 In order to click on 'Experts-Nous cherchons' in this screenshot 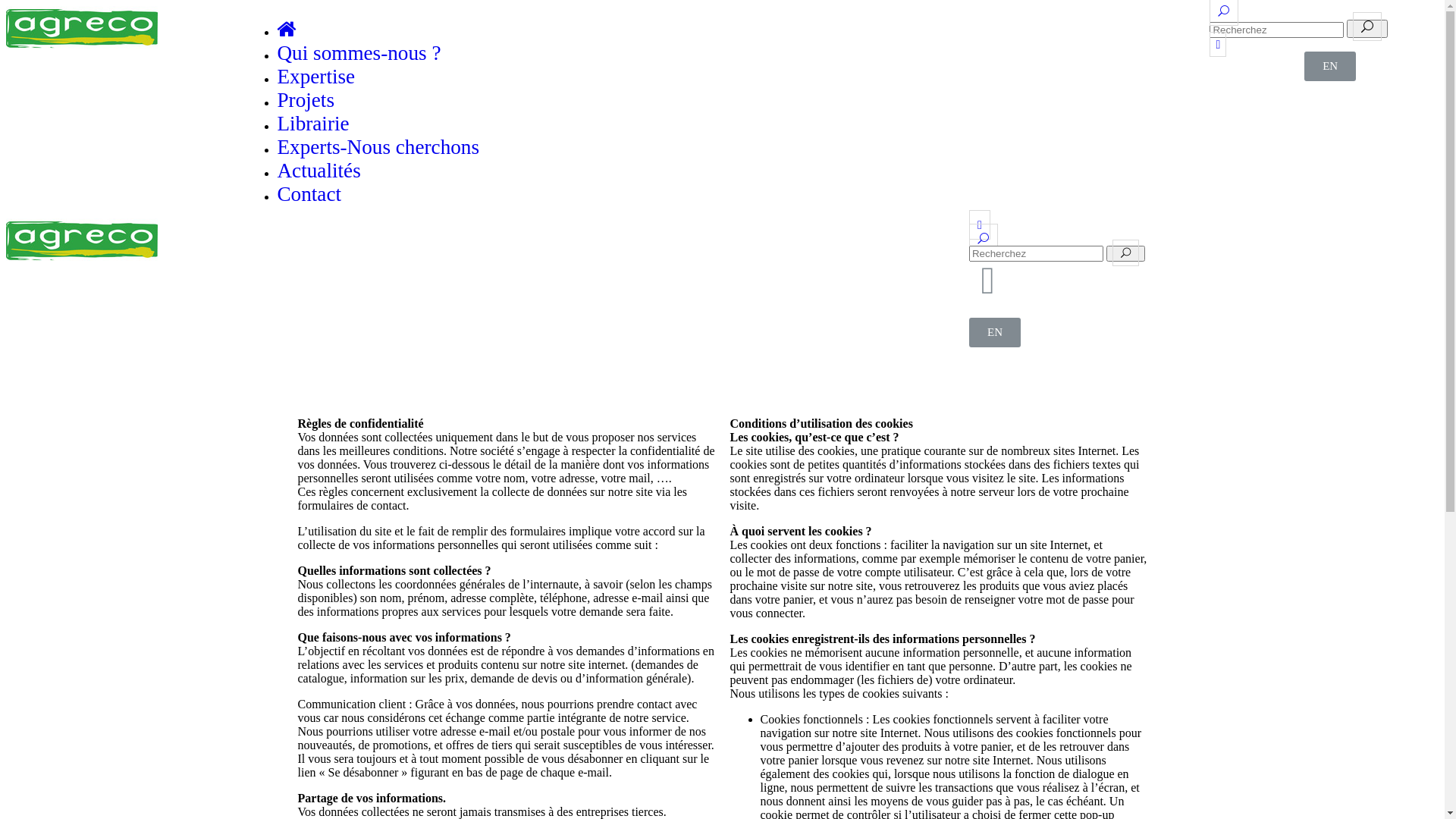, I will do `click(276, 146)`.